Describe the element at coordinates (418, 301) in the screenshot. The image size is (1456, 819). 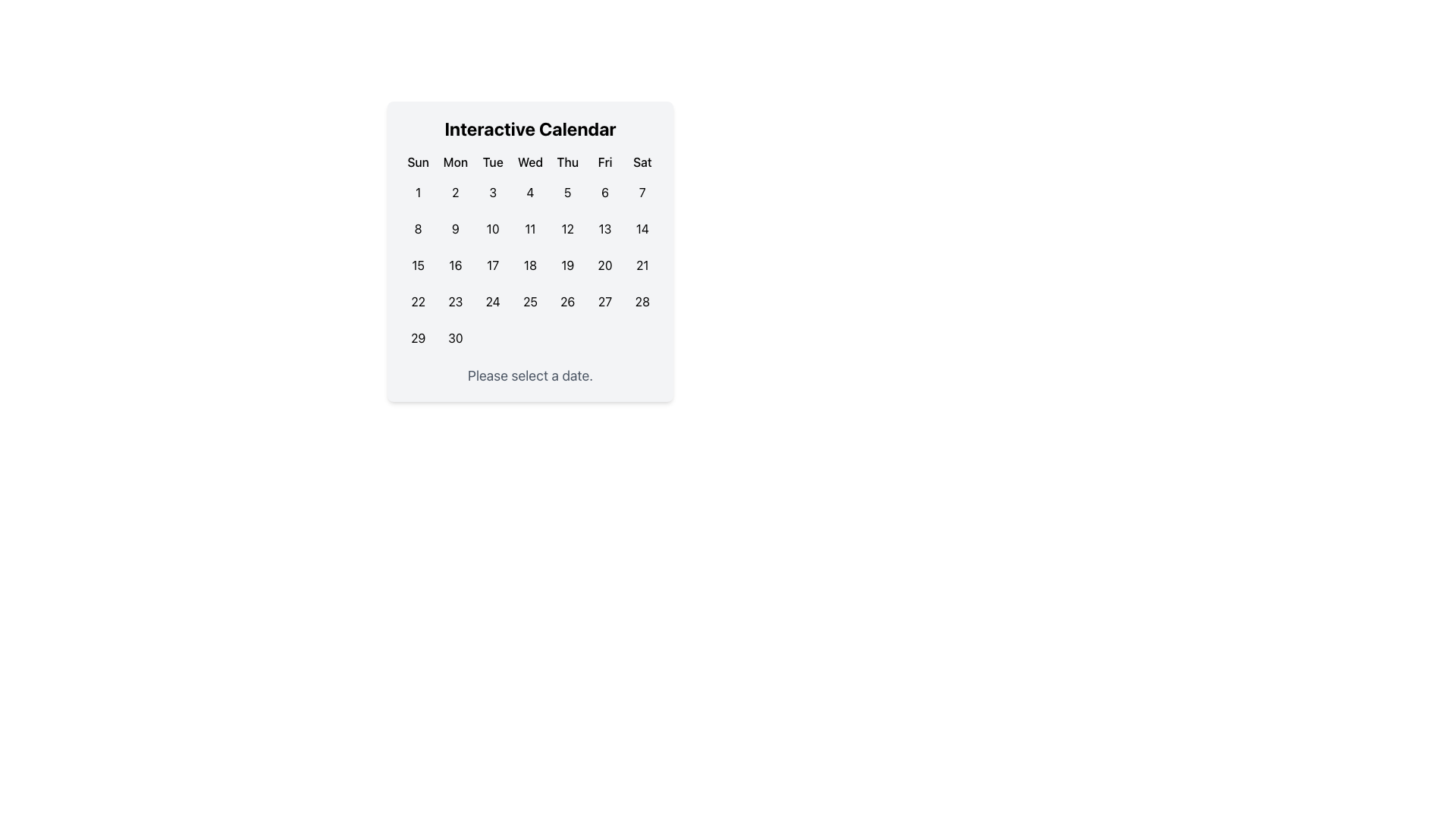
I see `the calendar date cell representing the date '22' located in the first column of the fourth row below the 'Sun' header` at that location.